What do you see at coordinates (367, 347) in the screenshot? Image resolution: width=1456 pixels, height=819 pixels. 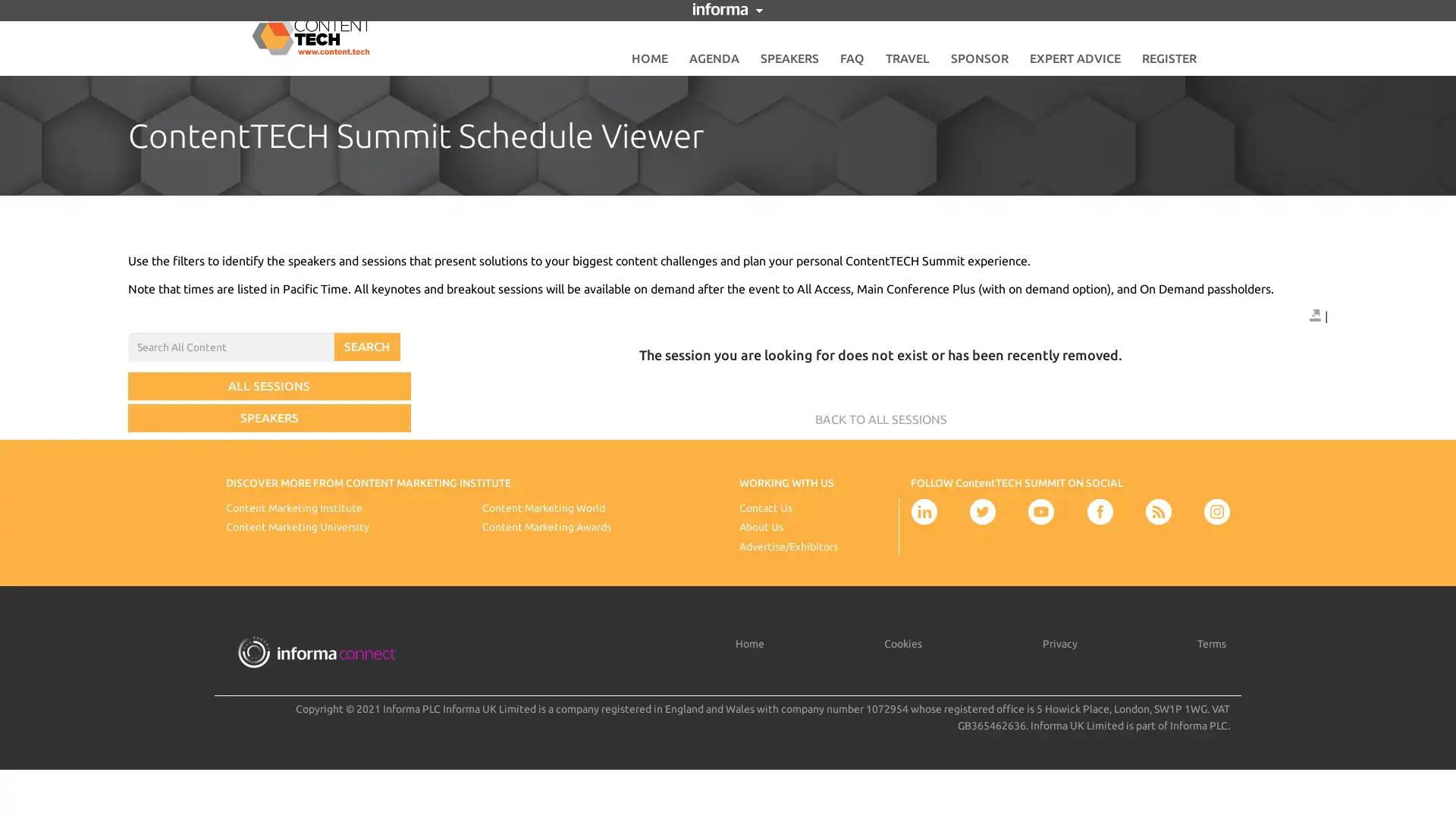 I see `SEARCH` at bounding box center [367, 347].